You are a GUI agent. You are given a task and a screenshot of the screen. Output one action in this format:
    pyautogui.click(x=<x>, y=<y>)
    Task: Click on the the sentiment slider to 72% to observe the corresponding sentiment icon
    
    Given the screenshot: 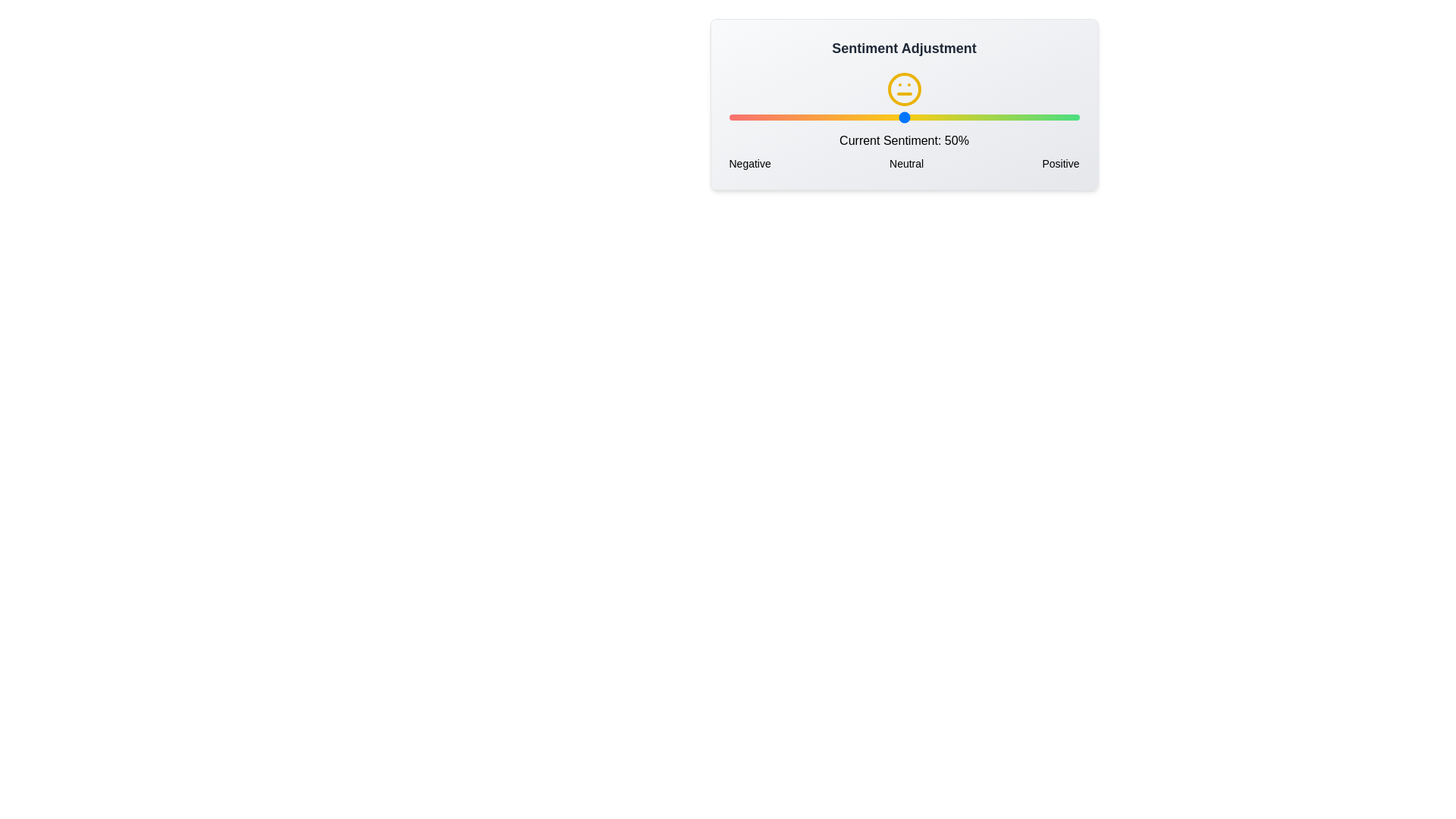 What is the action you would take?
    pyautogui.click(x=981, y=116)
    